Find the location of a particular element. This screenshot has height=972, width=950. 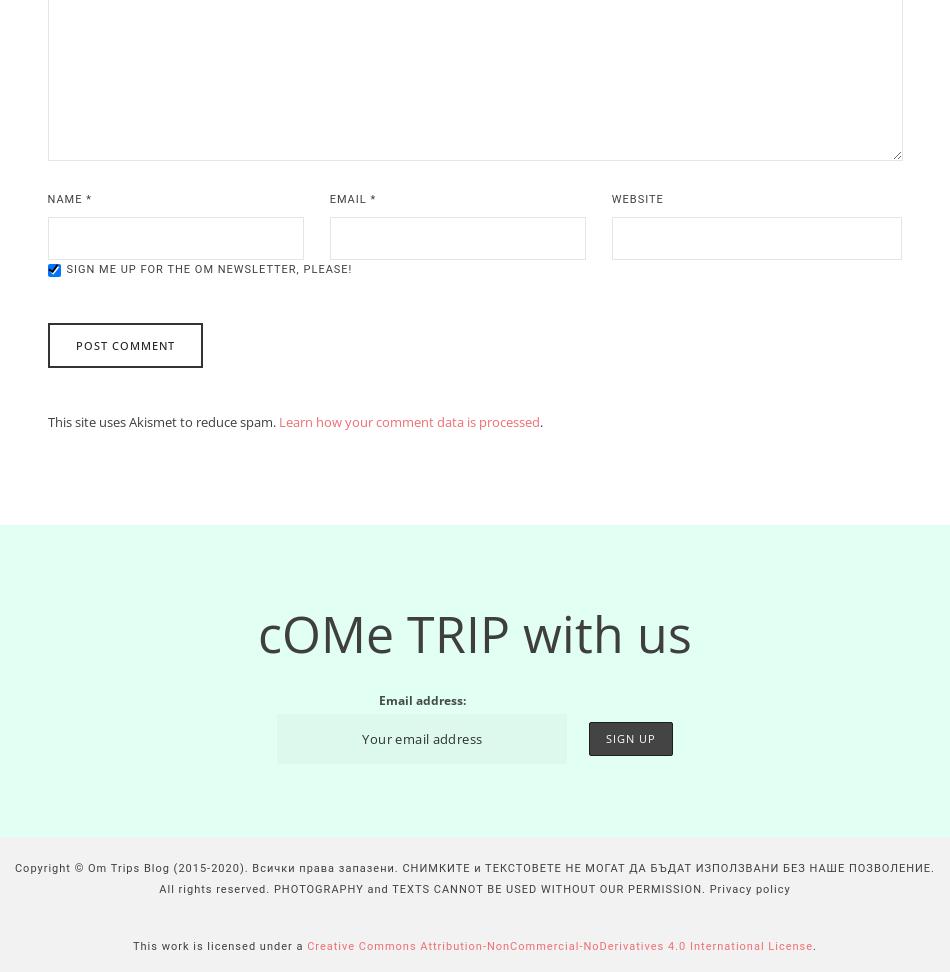

'Sign me up for the om newsletter, please!' is located at coordinates (209, 269).